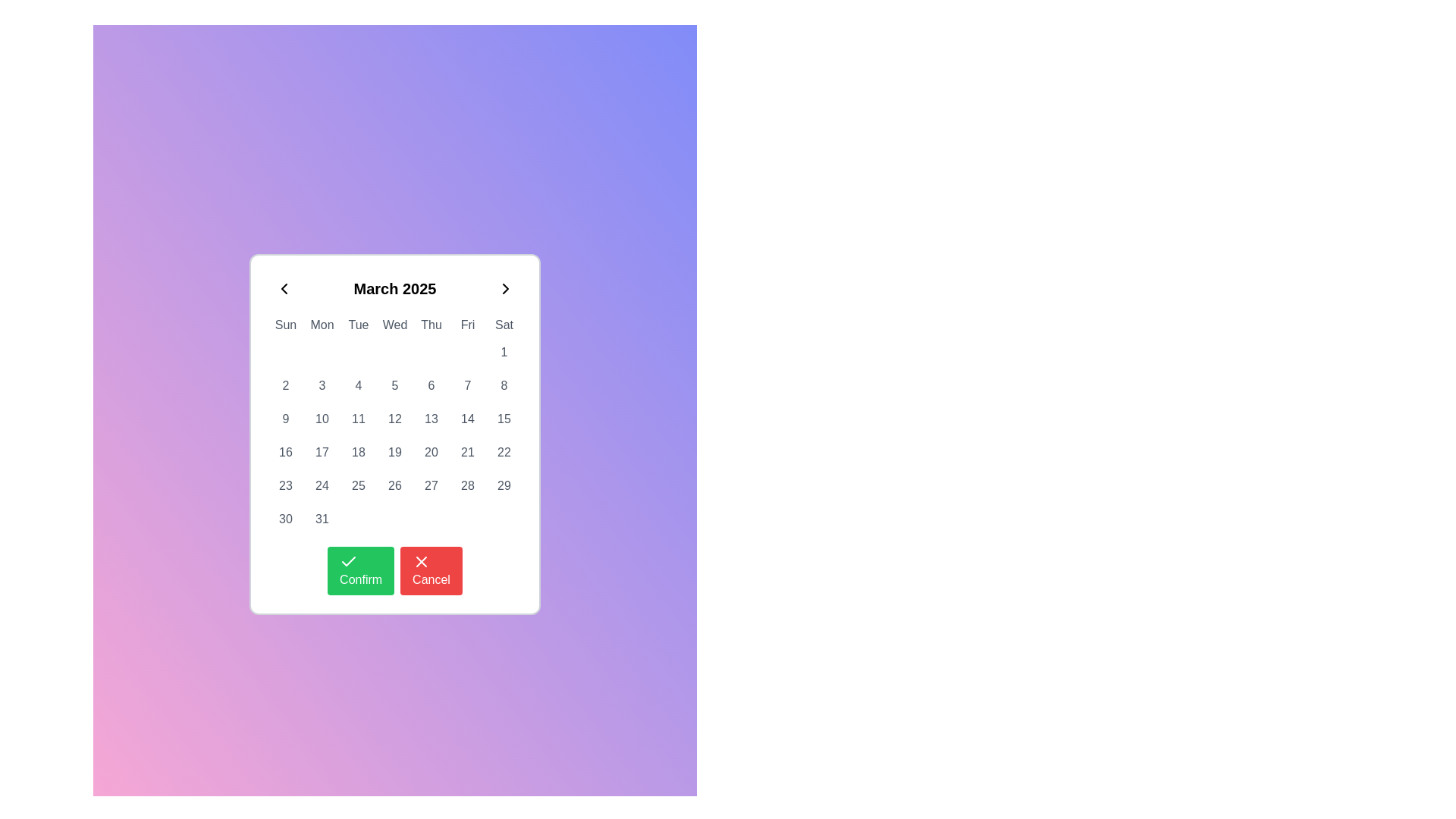  What do you see at coordinates (286, 419) in the screenshot?
I see `the square button displaying the number '9' in the calendar grid under 'March 2025'` at bounding box center [286, 419].